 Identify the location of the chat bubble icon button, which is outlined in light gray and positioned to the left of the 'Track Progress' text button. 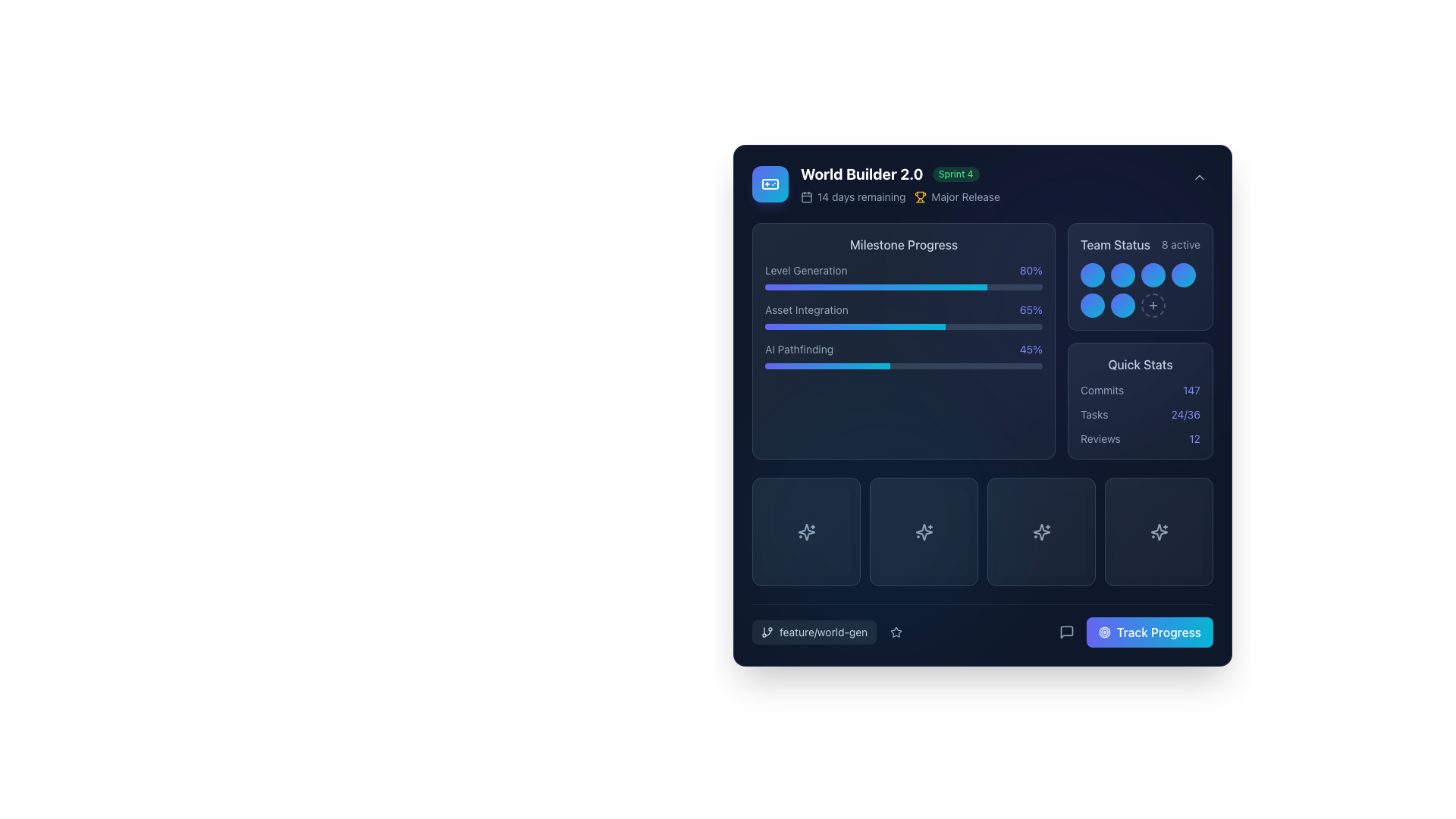
(1065, 632).